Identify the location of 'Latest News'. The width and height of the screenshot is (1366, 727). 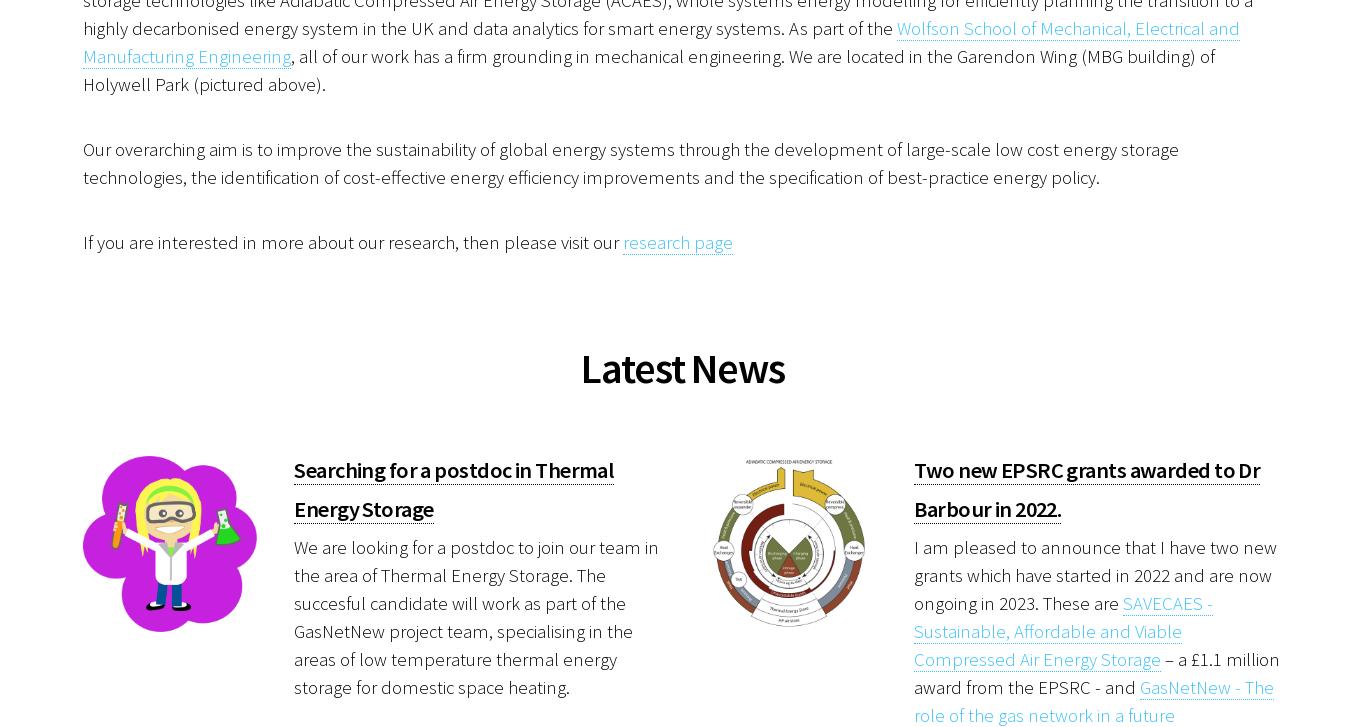
(681, 365).